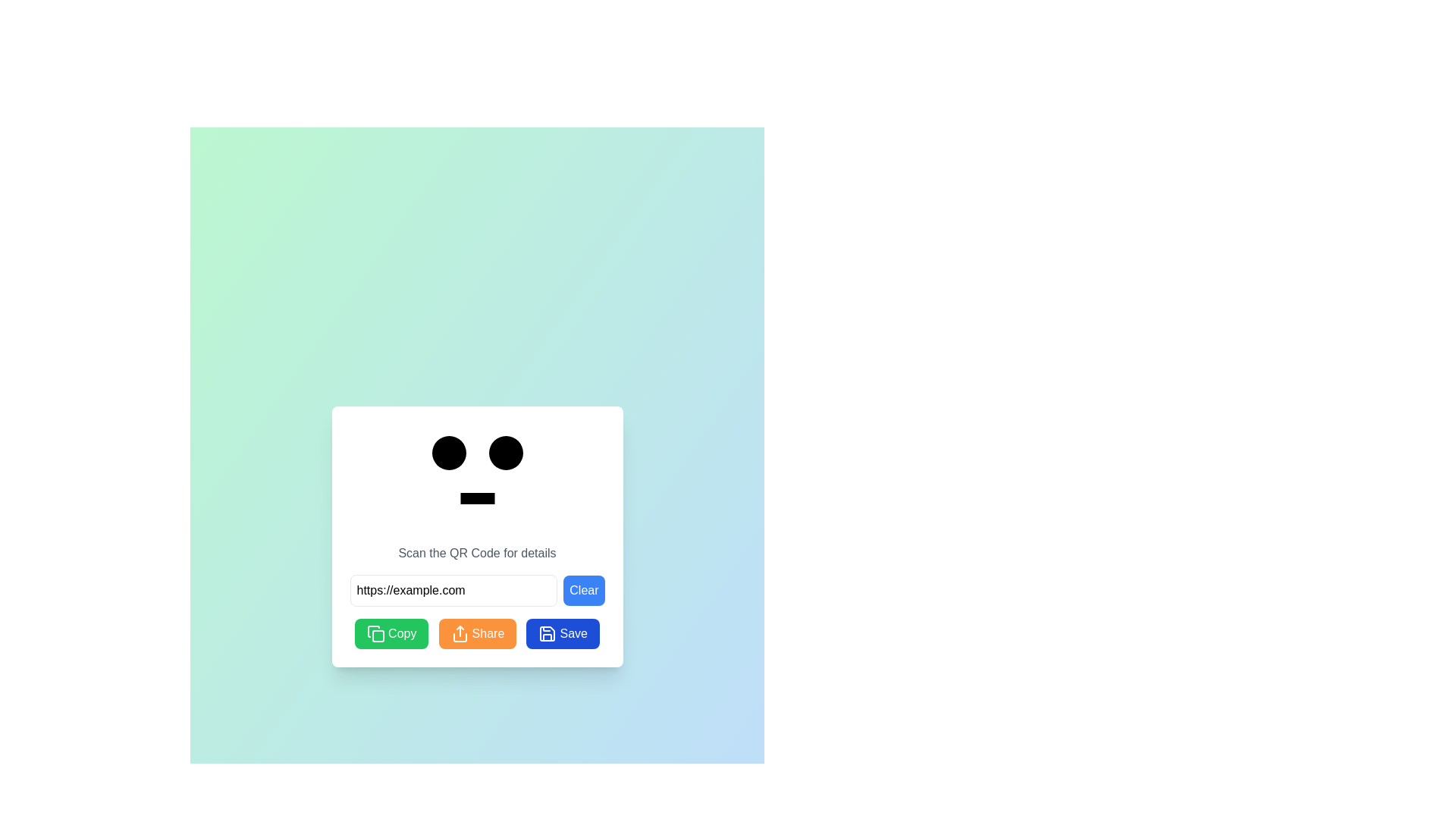  Describe the element at coordinates (376, 634) in the screenshot. I see `the copy icon located to the left of the text 'Copy' within the 'Copy' button in the bottom-left section of the interface` at that location.